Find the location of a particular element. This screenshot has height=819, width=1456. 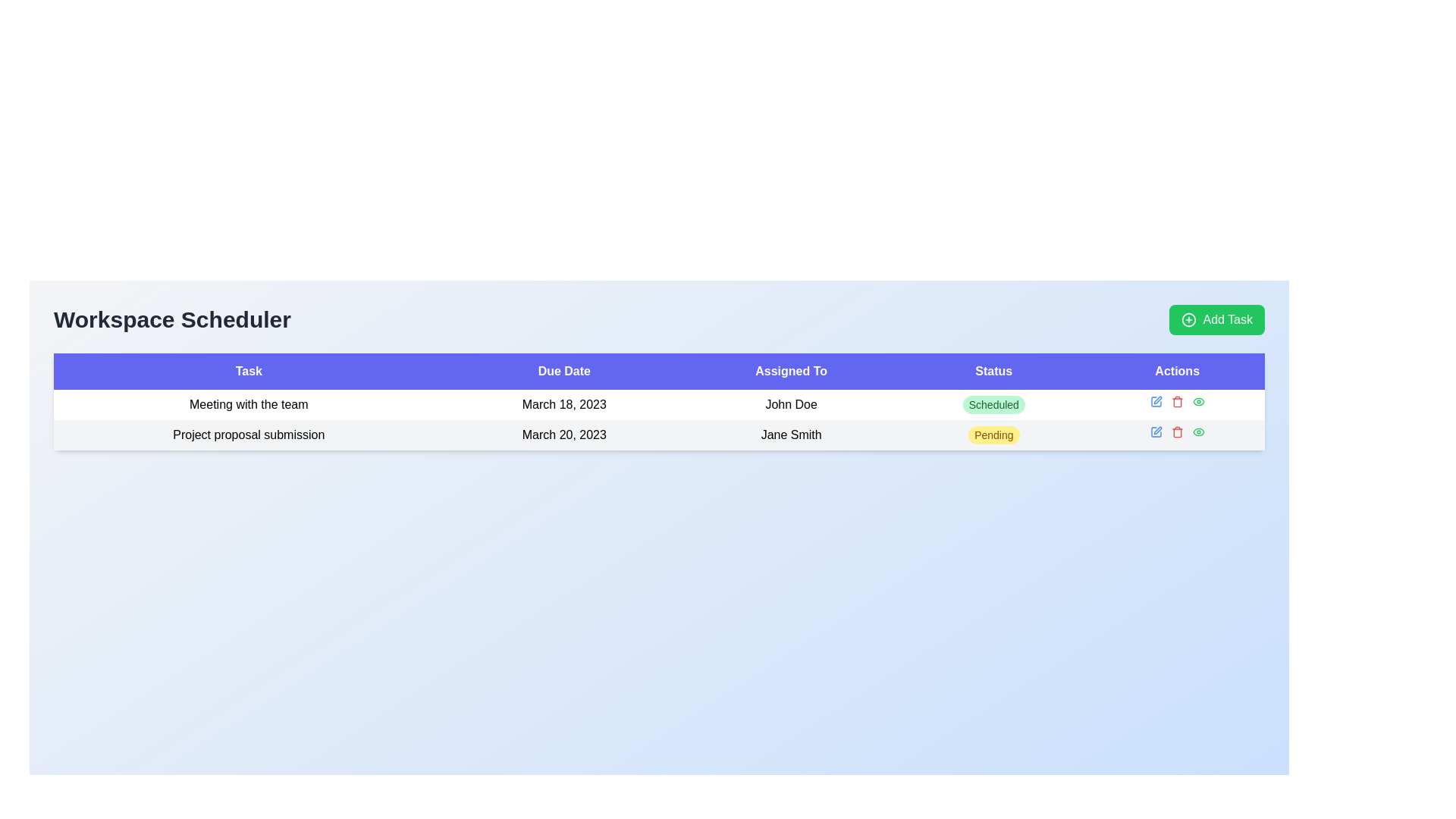

the trash can-shaped delete button located in the 'Actions' column of the second row of the task table is located at coordinates (1176, 400).